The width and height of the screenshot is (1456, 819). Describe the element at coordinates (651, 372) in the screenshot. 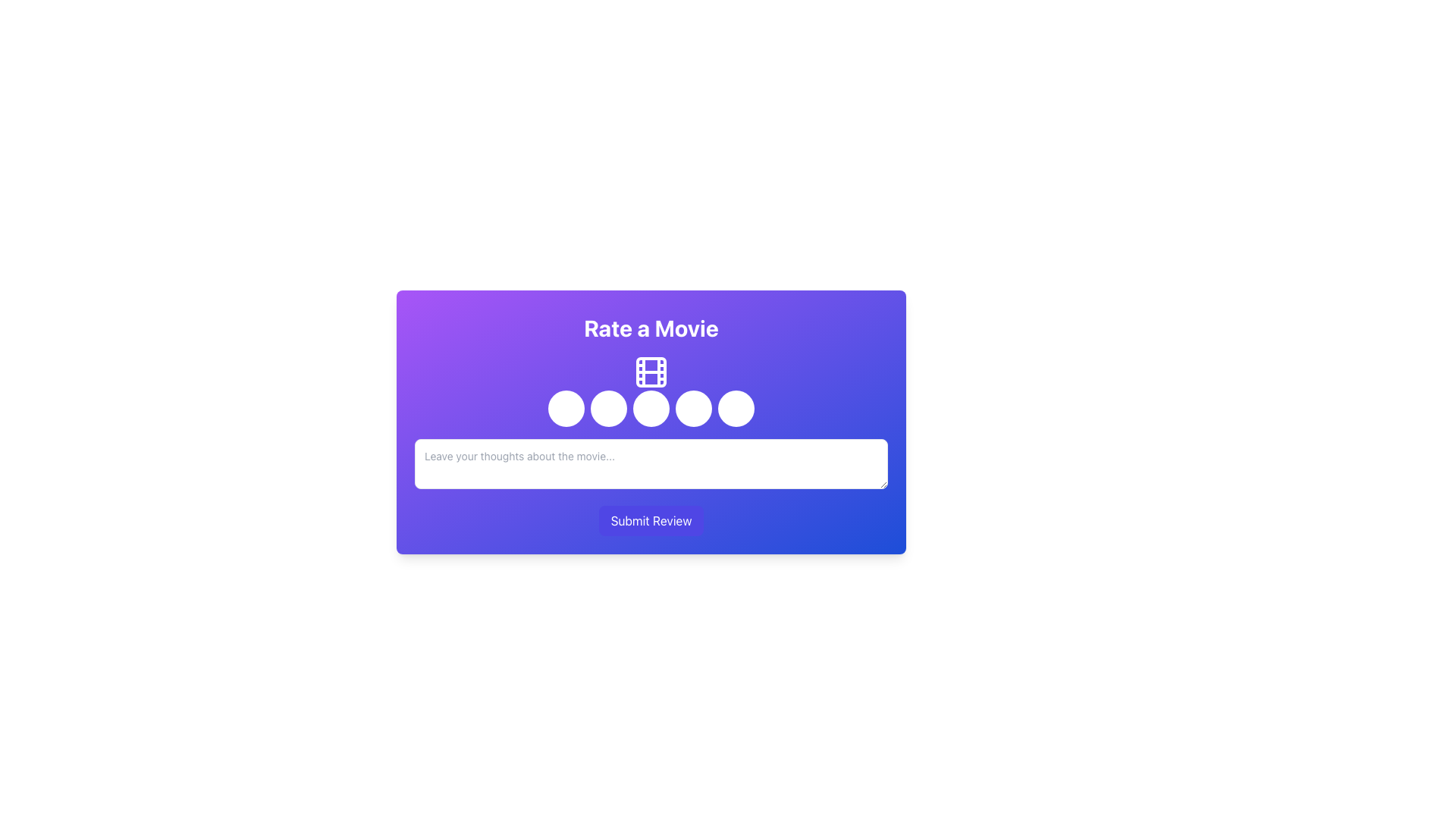

I see `the central decorative SVG rectangle that visually represents a segment of a film strip, located above the five rating circles and below the 'Rate a Movie' text header` at that location.